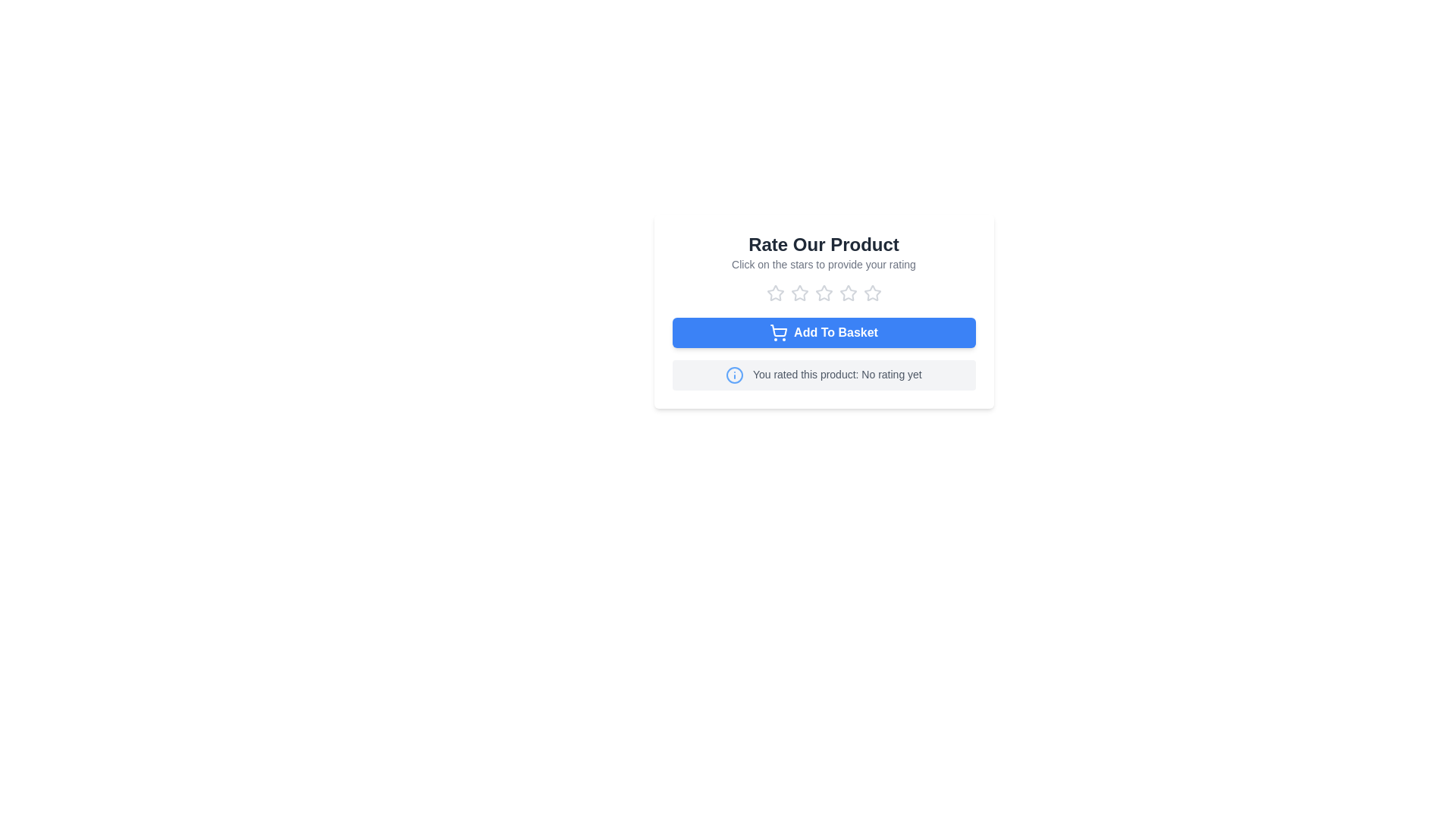 The width and height of the screenshot is (1456, 819). Describe the element at coordinates (872, 293) in the screenshot. I see `the unselected rating star icon, which is the fifth star in a horizontal row of rating stars` at that location.